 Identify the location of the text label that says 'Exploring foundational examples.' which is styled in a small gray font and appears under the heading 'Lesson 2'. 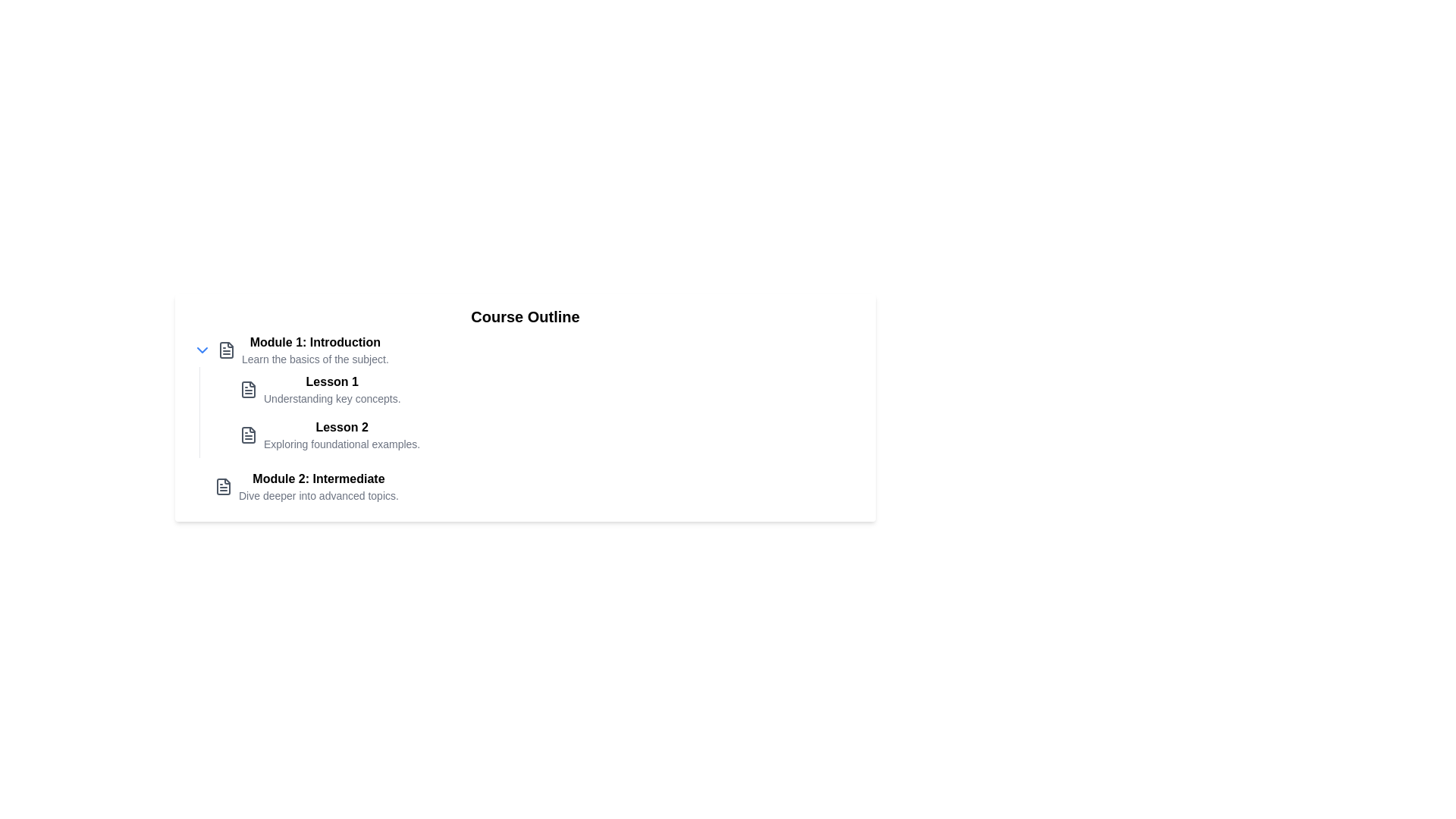
(341, 444).